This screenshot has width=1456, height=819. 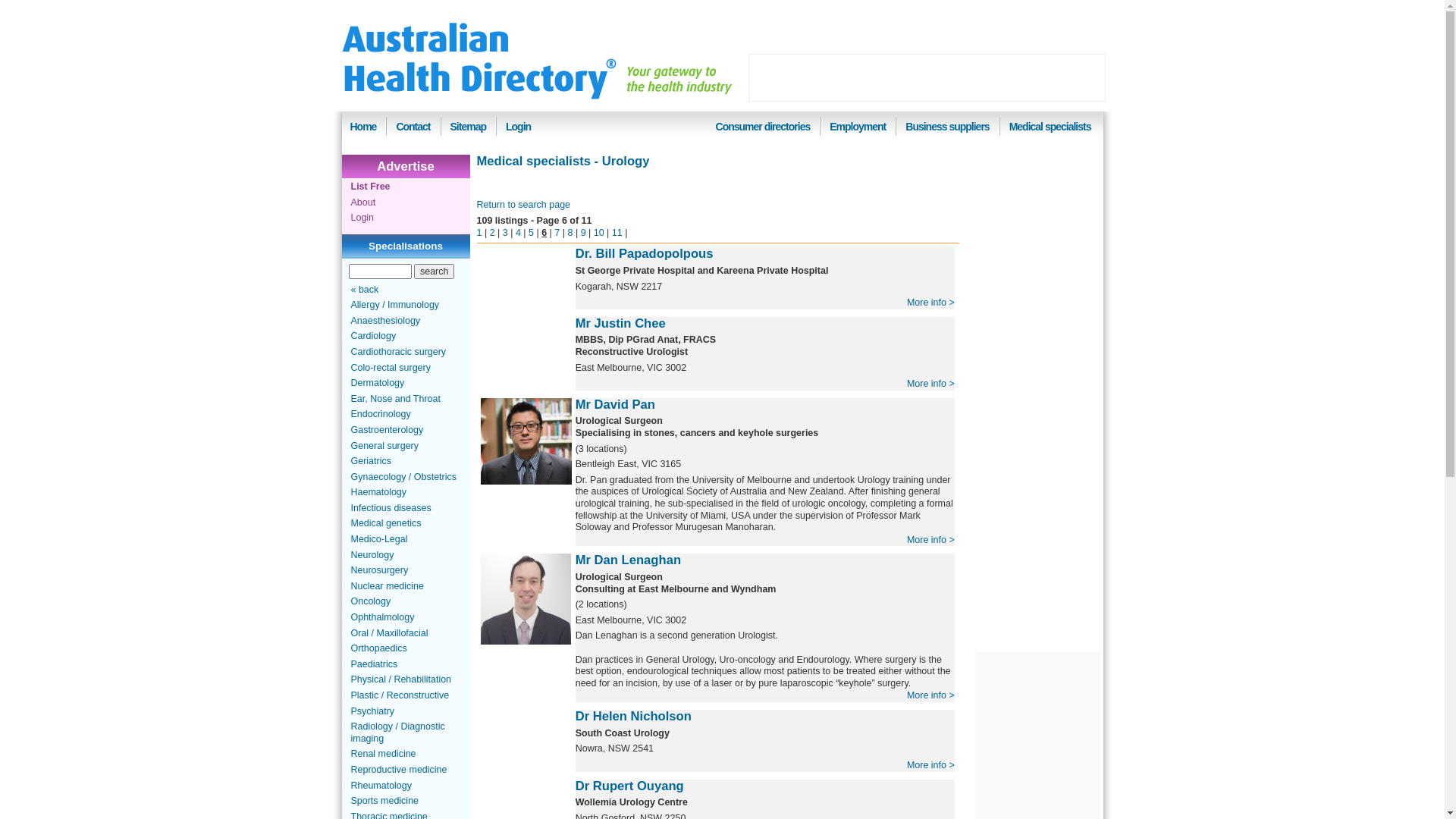 I want to click on 'Allergy / Immunology', so click(x=394, y=304).